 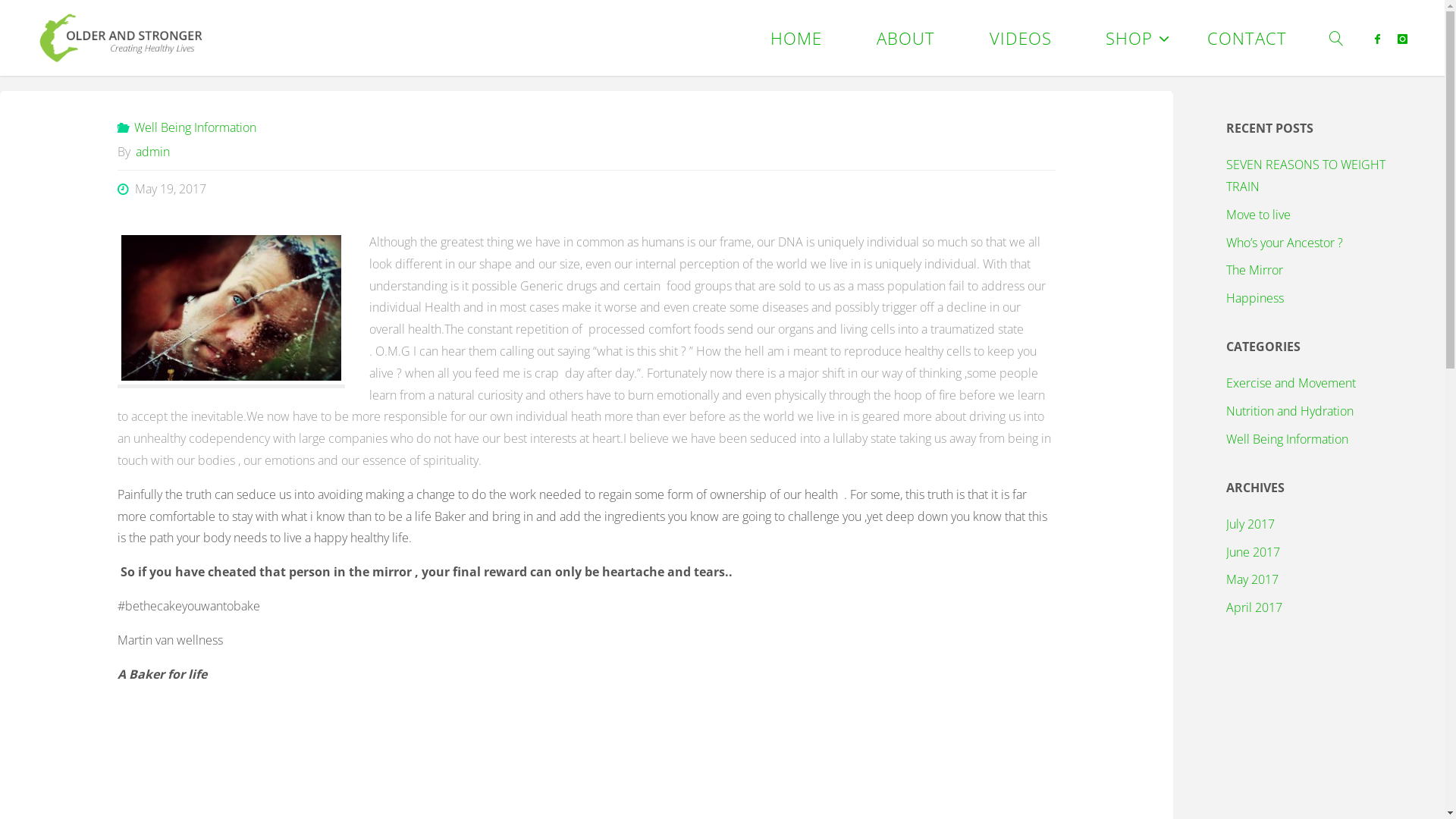 What do you see at coordinates (1254, 268) in the screenshot?
I see `'The Mirror'` at bounding box center [1254, 268].